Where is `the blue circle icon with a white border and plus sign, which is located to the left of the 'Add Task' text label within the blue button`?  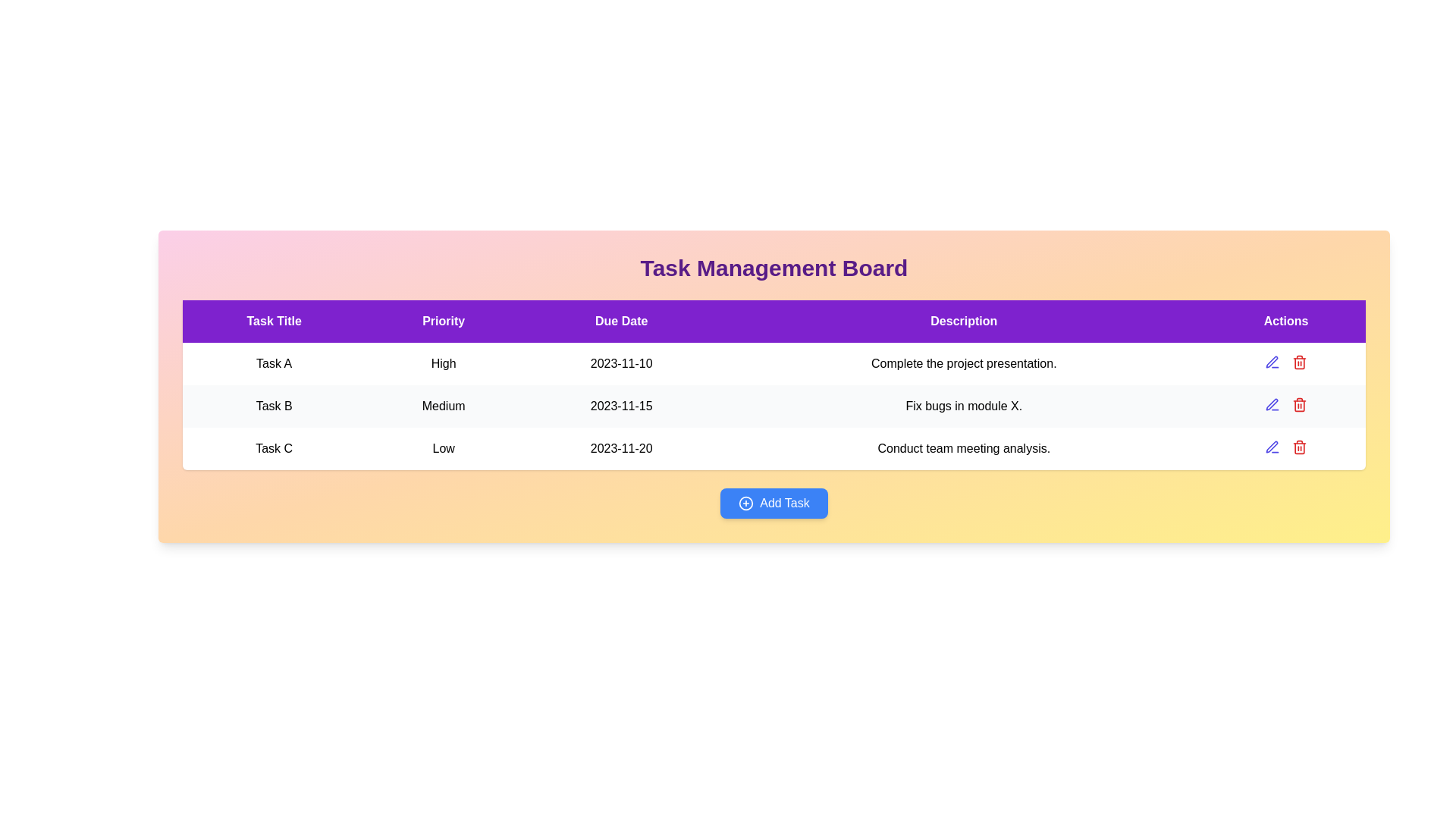 the blue circle icon with a white border and plus sign, which is located to the left of the 'Add Task' text label within the blue button is located at coordinates (746, 503).